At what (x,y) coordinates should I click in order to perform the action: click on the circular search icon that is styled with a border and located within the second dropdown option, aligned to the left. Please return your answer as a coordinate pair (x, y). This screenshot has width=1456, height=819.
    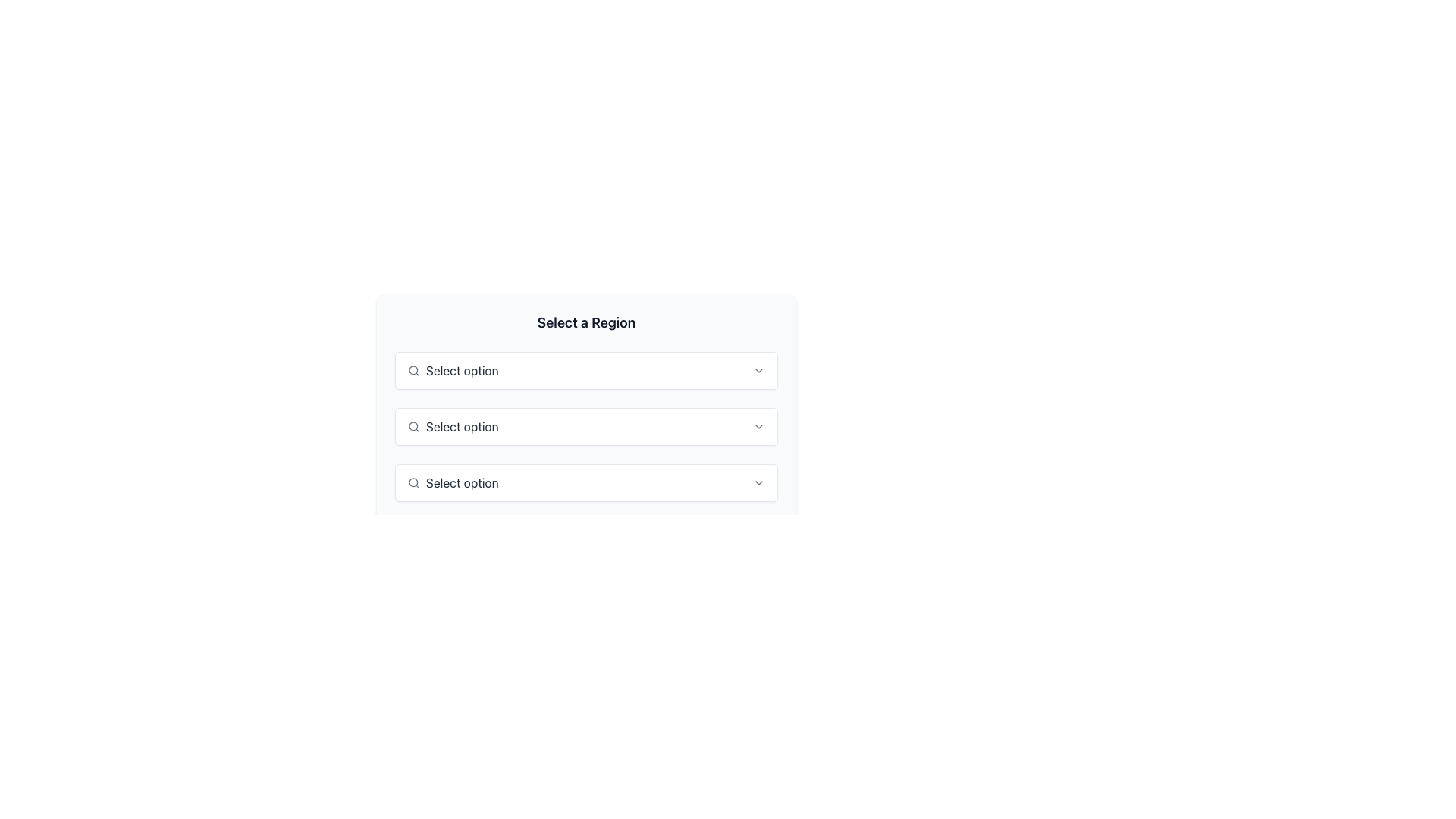
    Looking at the image, I should click on (413, 426).